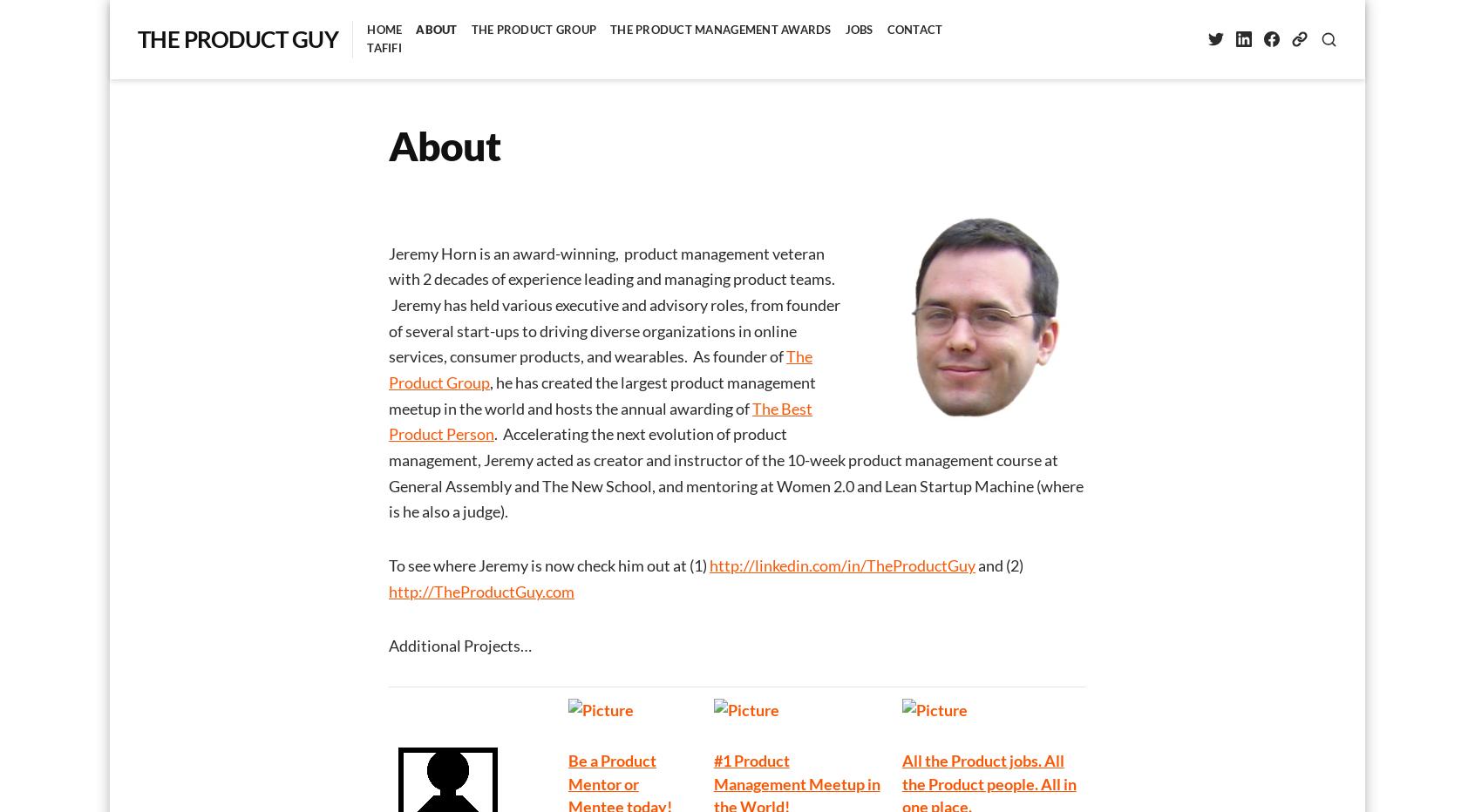 The image size is (1475, 812). I want to click on 'http://linkedin.com/in/TheProductGuy', so click(842, 565).